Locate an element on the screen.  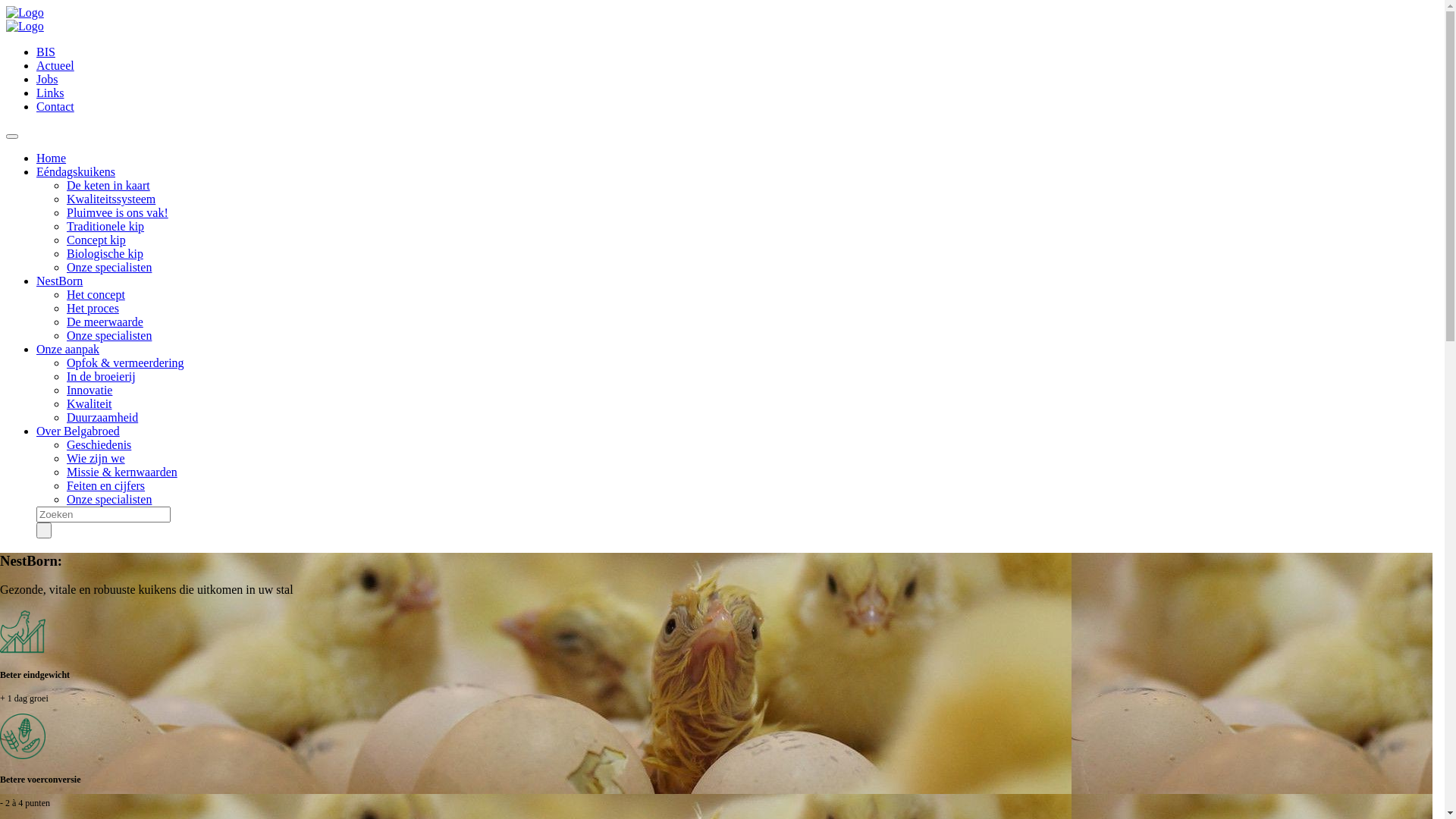
'Onze specialisten' is located at coordinates (65, 334).